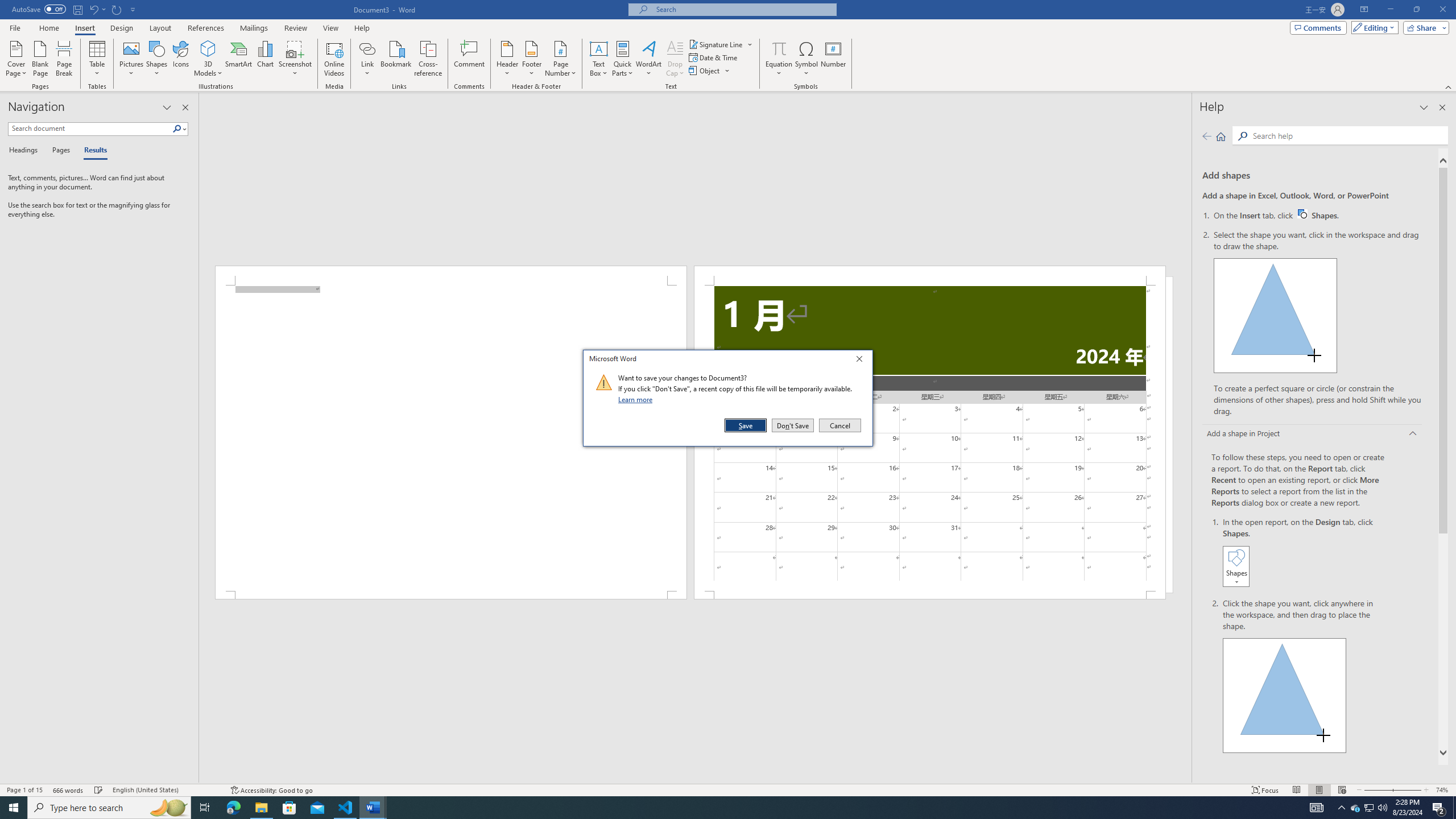 The image size is (1456, 819). What do you see at coordinates (204, 806) in the screenshot?
I see `'Task View'` at bounding box center [204, 806].